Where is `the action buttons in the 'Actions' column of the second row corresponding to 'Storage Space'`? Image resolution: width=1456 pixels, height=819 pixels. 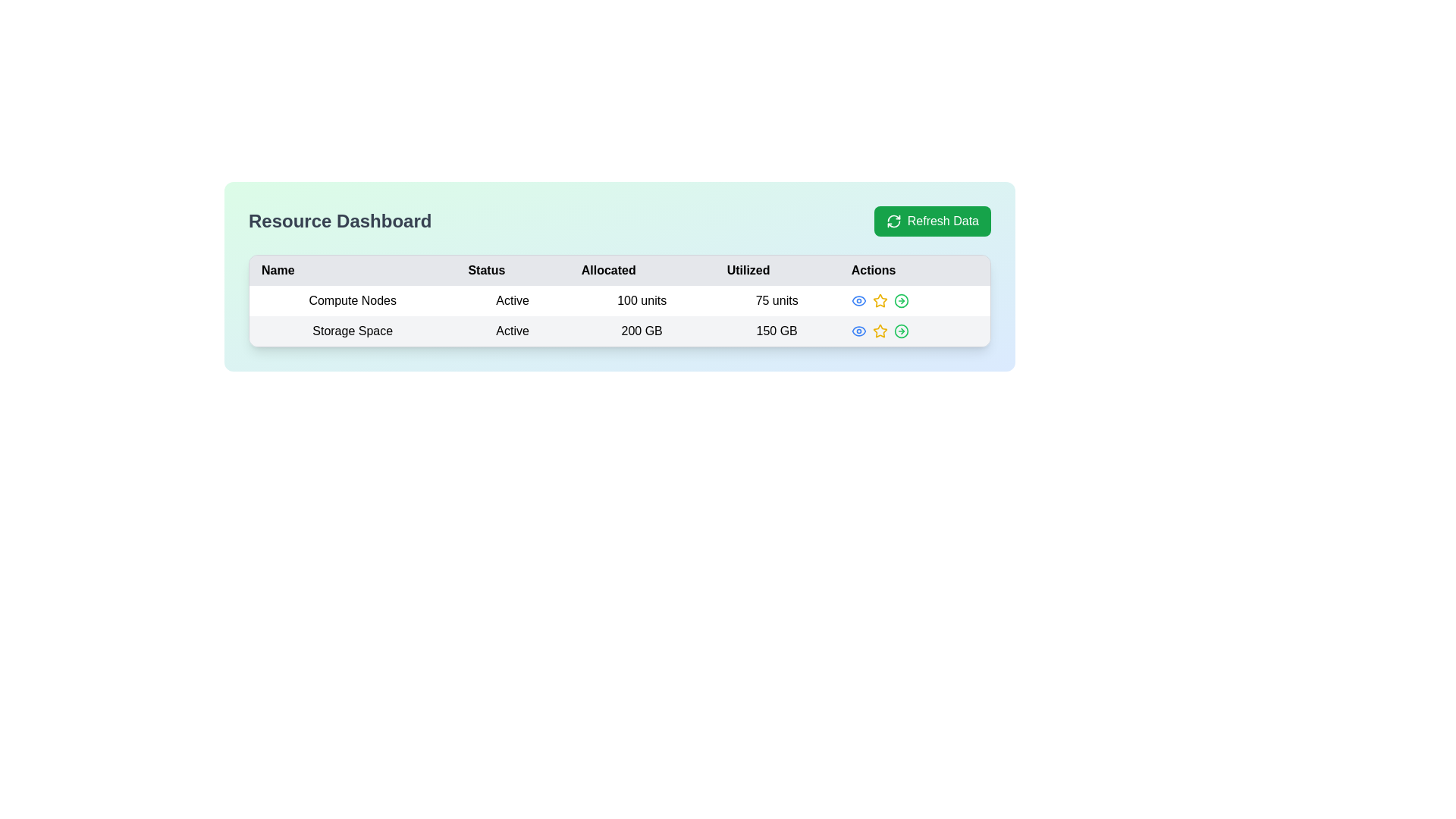
the action buttons in the 'Actions' column of the second row corresponding to 'Storage Space' is located at coordinates (913, 330).